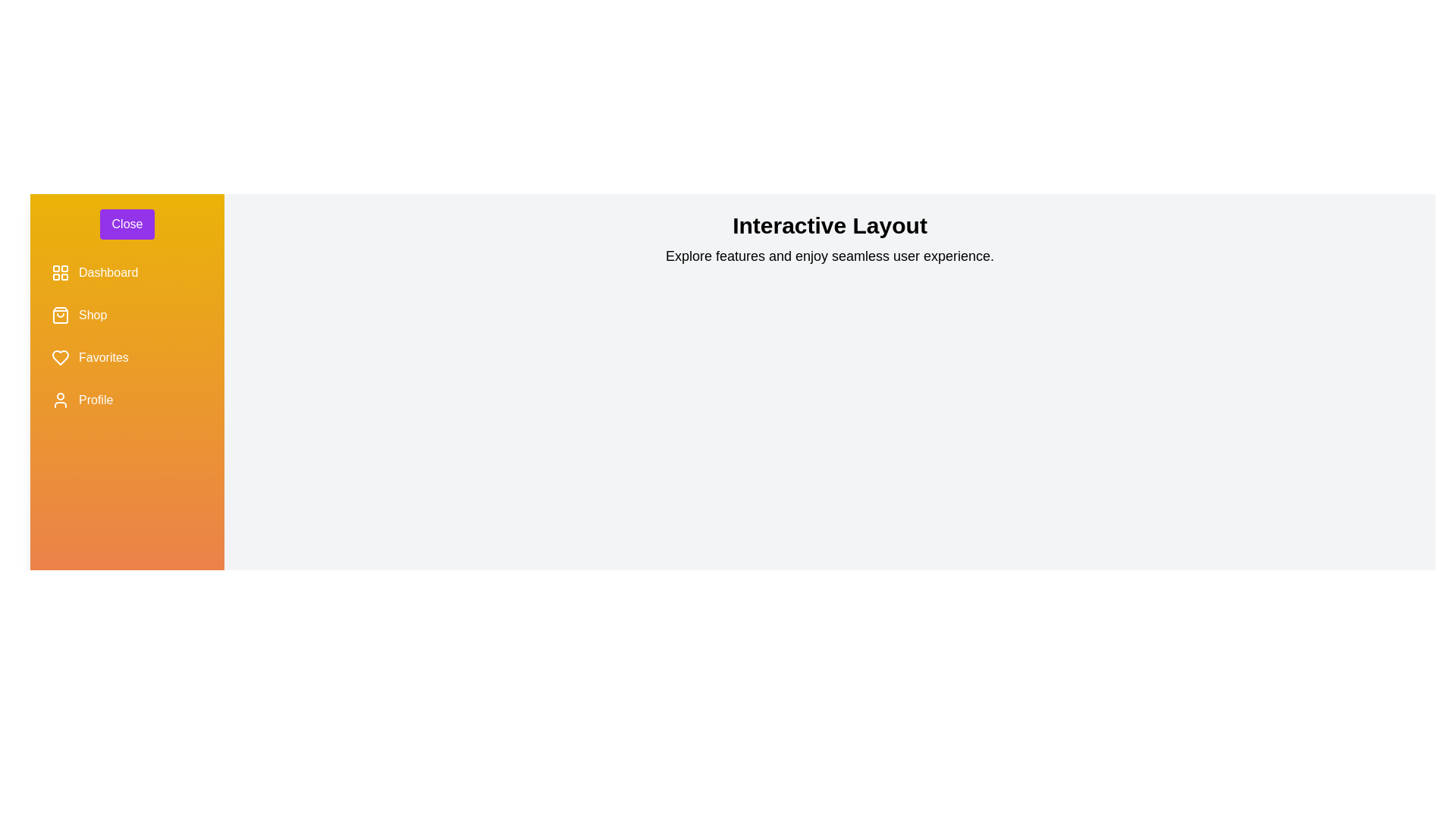  I want to click on the menu item Profile in the sidebar, so click(127, 400).